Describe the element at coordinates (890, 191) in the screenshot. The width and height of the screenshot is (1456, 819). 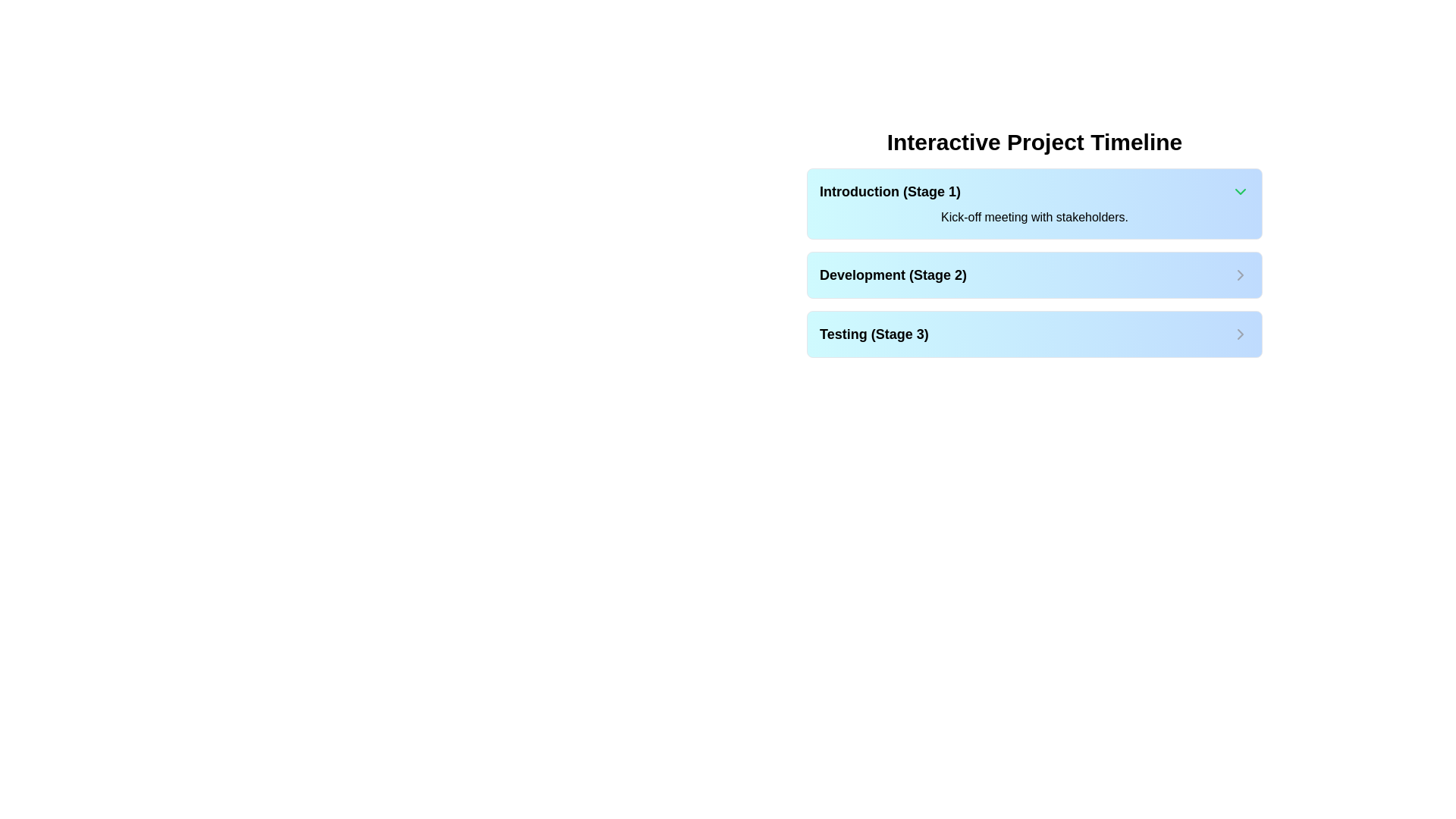
I see `text from the text label that says 'Introduction (Stage 1)' located at the top left of the blue gradient box` at that location.